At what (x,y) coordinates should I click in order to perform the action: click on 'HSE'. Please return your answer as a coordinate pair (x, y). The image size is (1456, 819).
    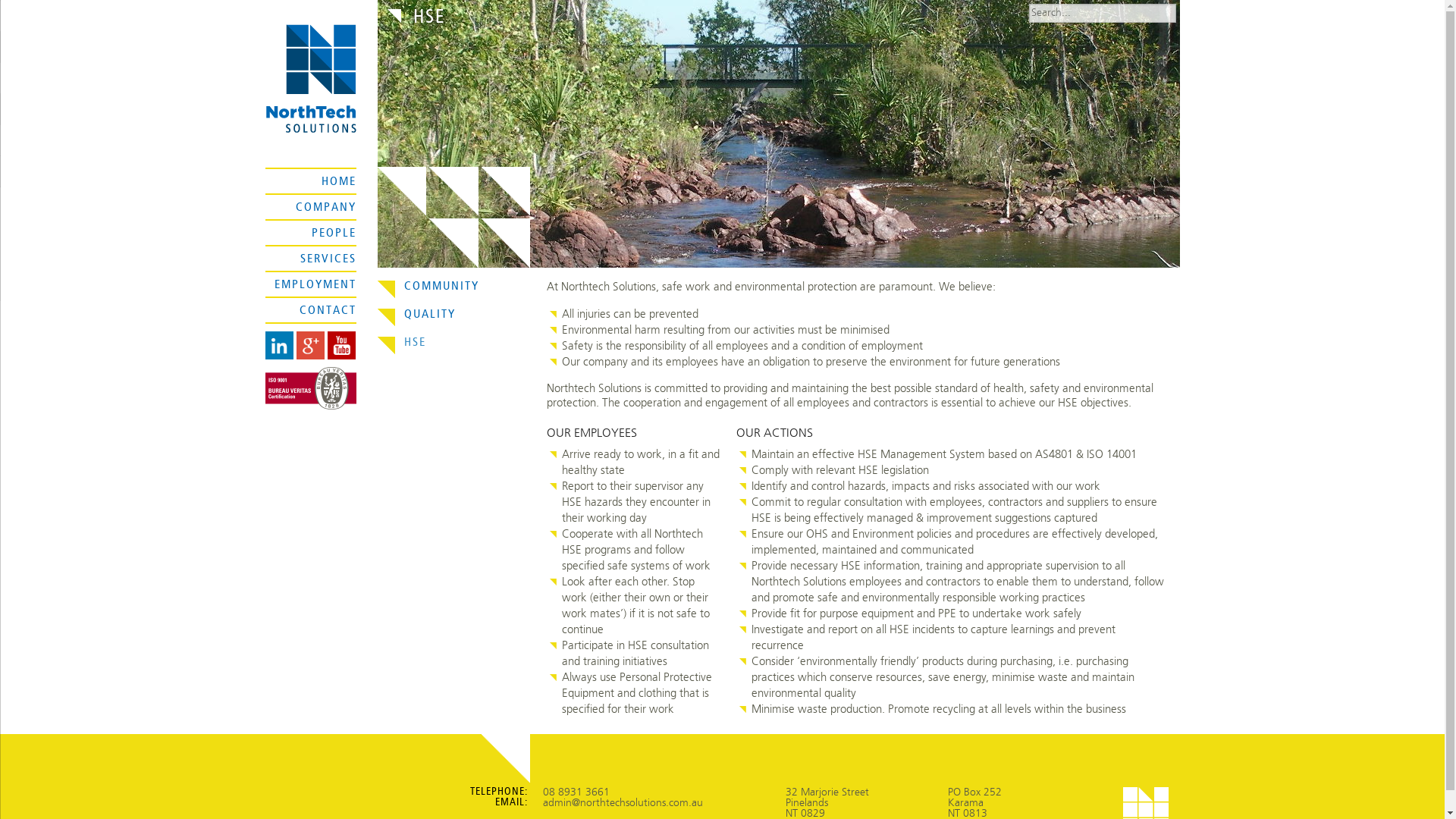
    Looking at the image, I should click on (456, 347).